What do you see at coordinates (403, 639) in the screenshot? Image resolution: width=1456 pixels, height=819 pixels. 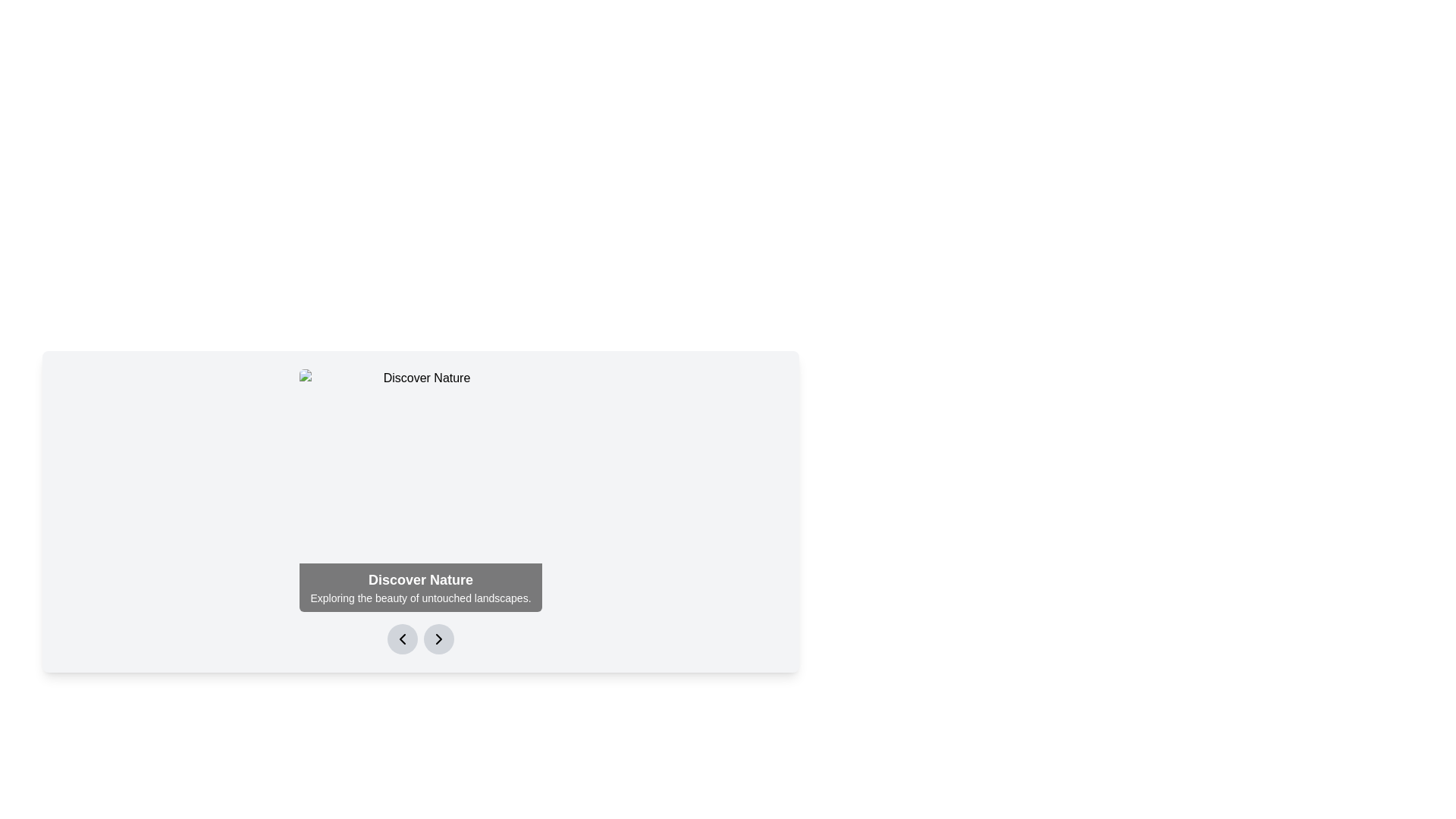 I see `the navigational control button containing the icon for moving to the previous item in the carousel, located near the bottom center of the interface` at bounding box center [403, 639].